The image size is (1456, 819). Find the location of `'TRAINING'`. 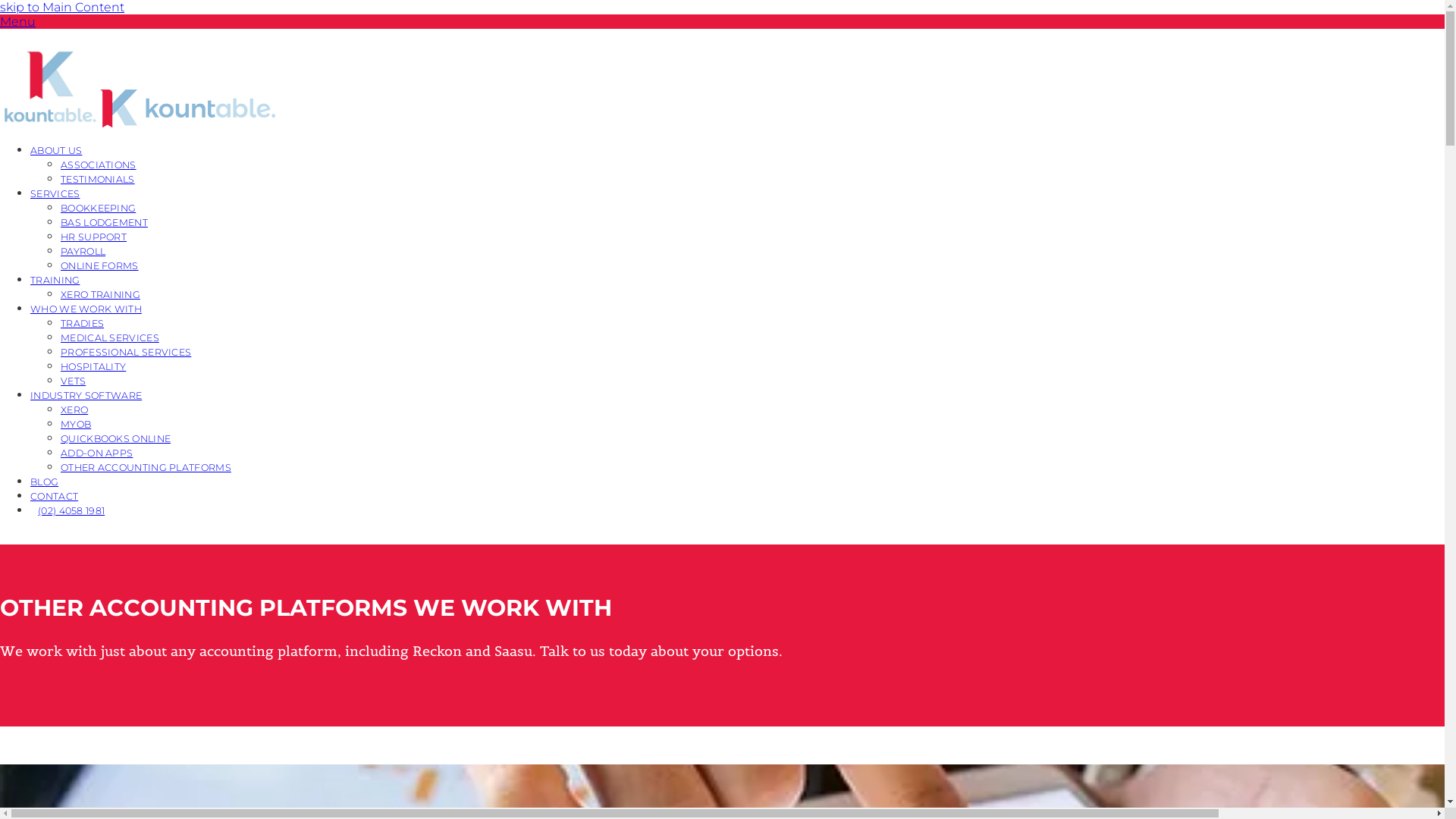

'TRAINING' is located at coordinates (30, 279).